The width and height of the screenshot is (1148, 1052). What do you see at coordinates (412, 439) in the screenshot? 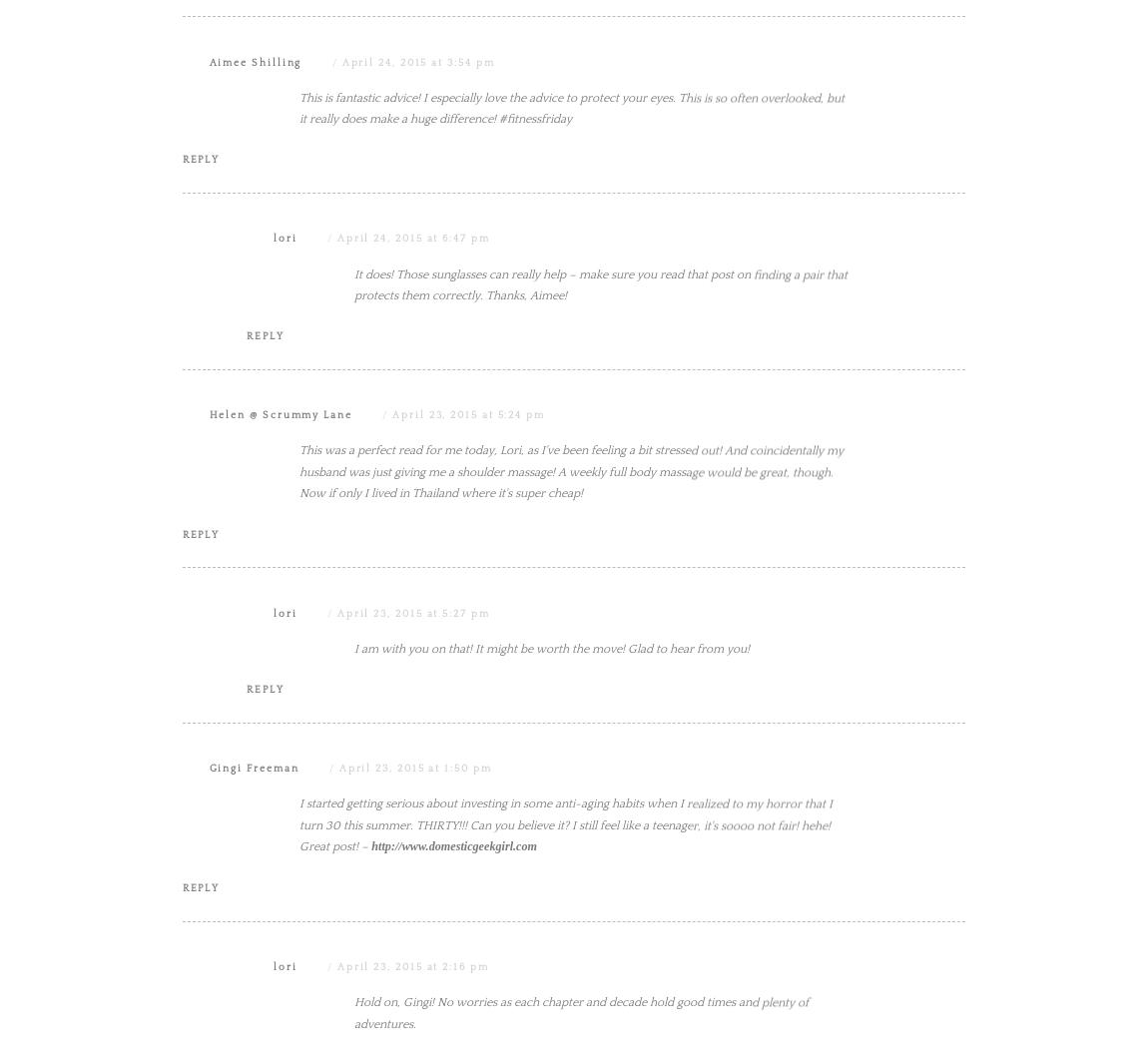
I see `'April 24, 2015 at 6:47 pm'` at bounding box center [412, 439].